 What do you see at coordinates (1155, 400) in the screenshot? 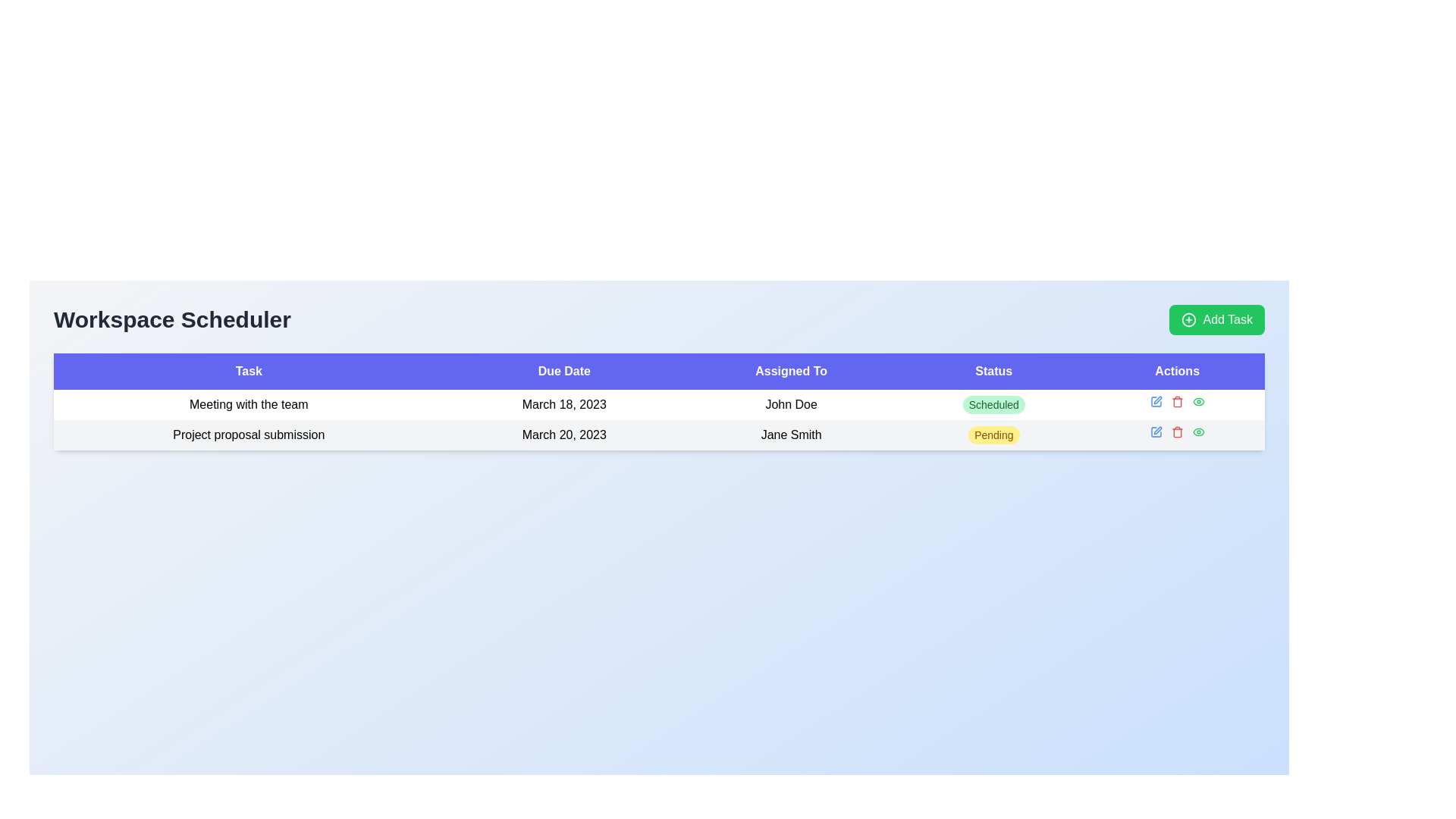
I see `the edit button icon located in the 'Actions' column of the second row of the table, which is represented as a part of an SVG graphic resembling a pen` at bounding box center [1155, 400].